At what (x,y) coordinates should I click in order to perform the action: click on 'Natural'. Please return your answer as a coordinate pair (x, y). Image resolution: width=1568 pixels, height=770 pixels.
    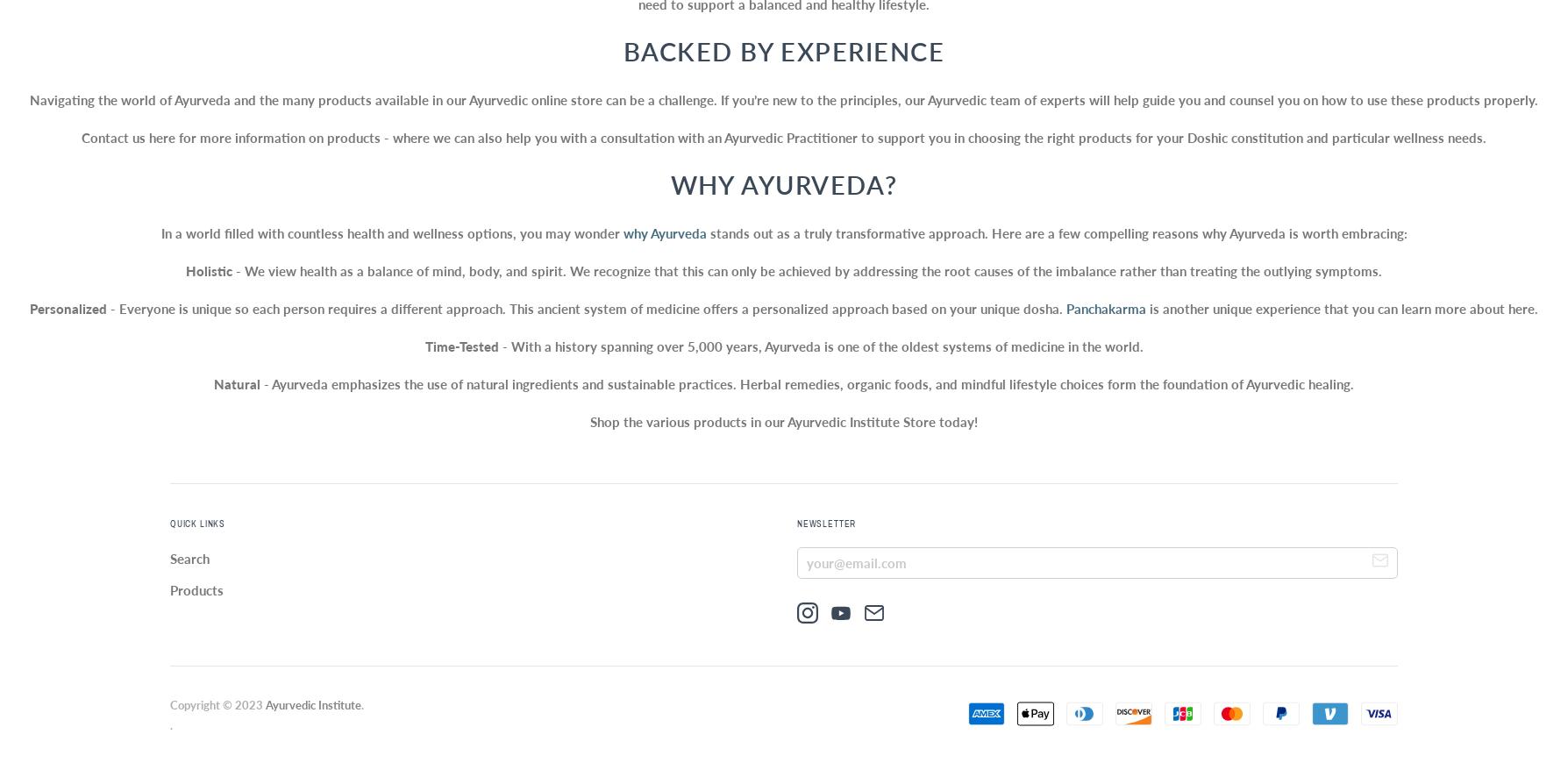
    Looking at the image, I should click on (236, 384).